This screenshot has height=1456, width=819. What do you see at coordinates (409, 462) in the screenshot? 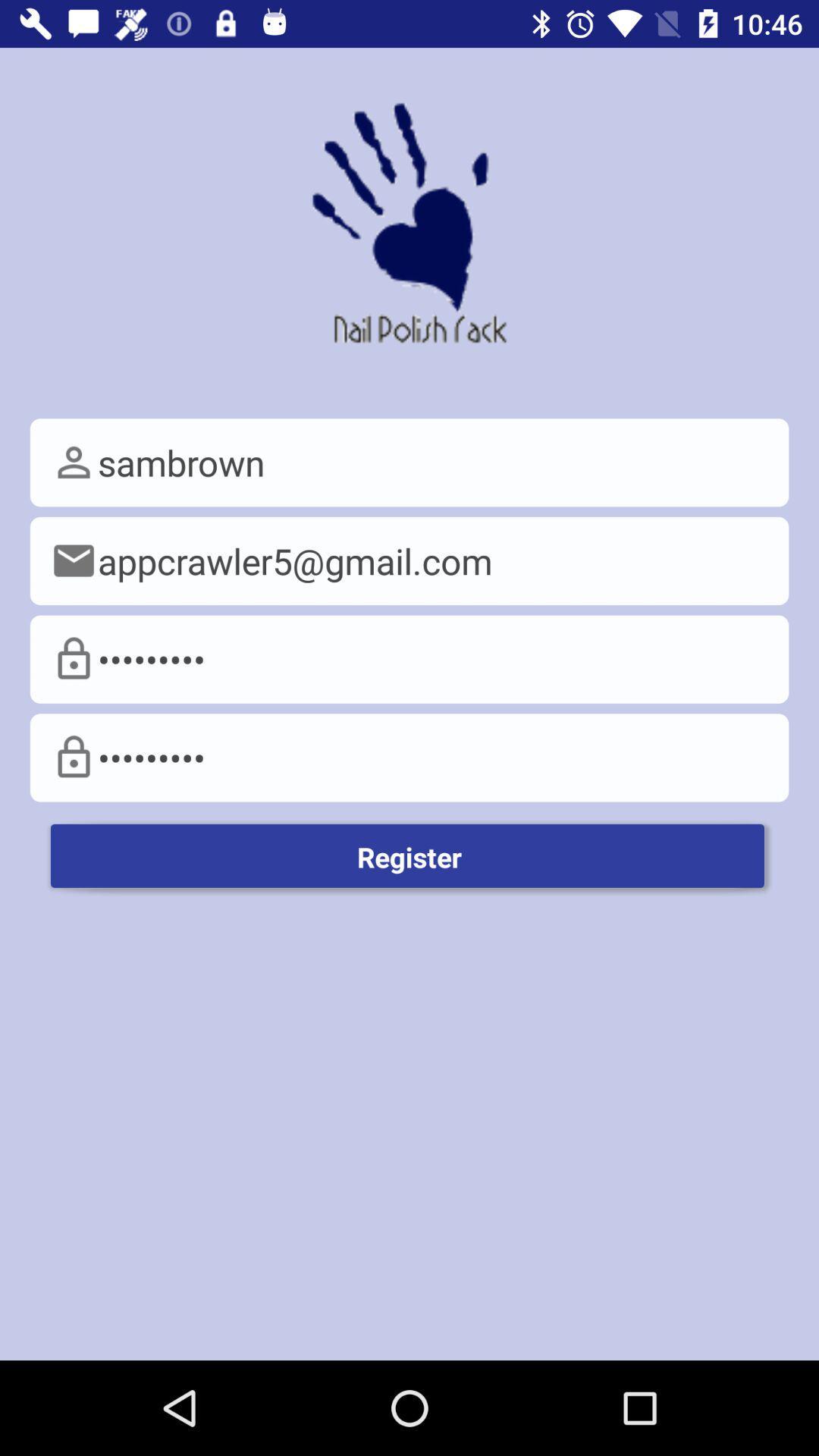
I see `the item above the appcrawler5@gmail.com icon` at bounding box center [409, 462].